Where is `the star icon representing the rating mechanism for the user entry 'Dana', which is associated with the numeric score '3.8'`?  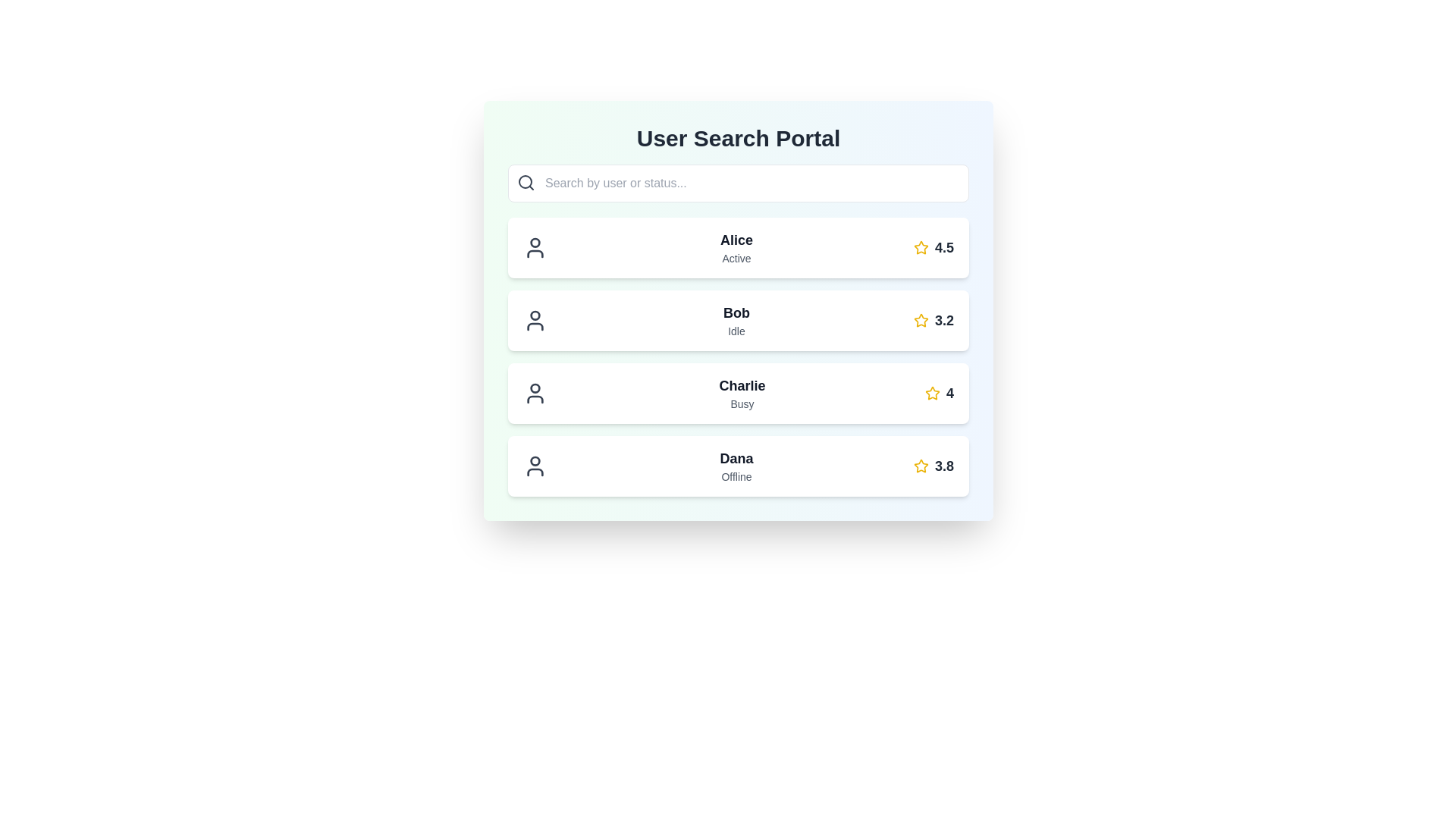 the star icon representing the rating mechanism for the user entry 'Dana', which is associated with the numeric score '3.8' is located at coordinates (920, 465).